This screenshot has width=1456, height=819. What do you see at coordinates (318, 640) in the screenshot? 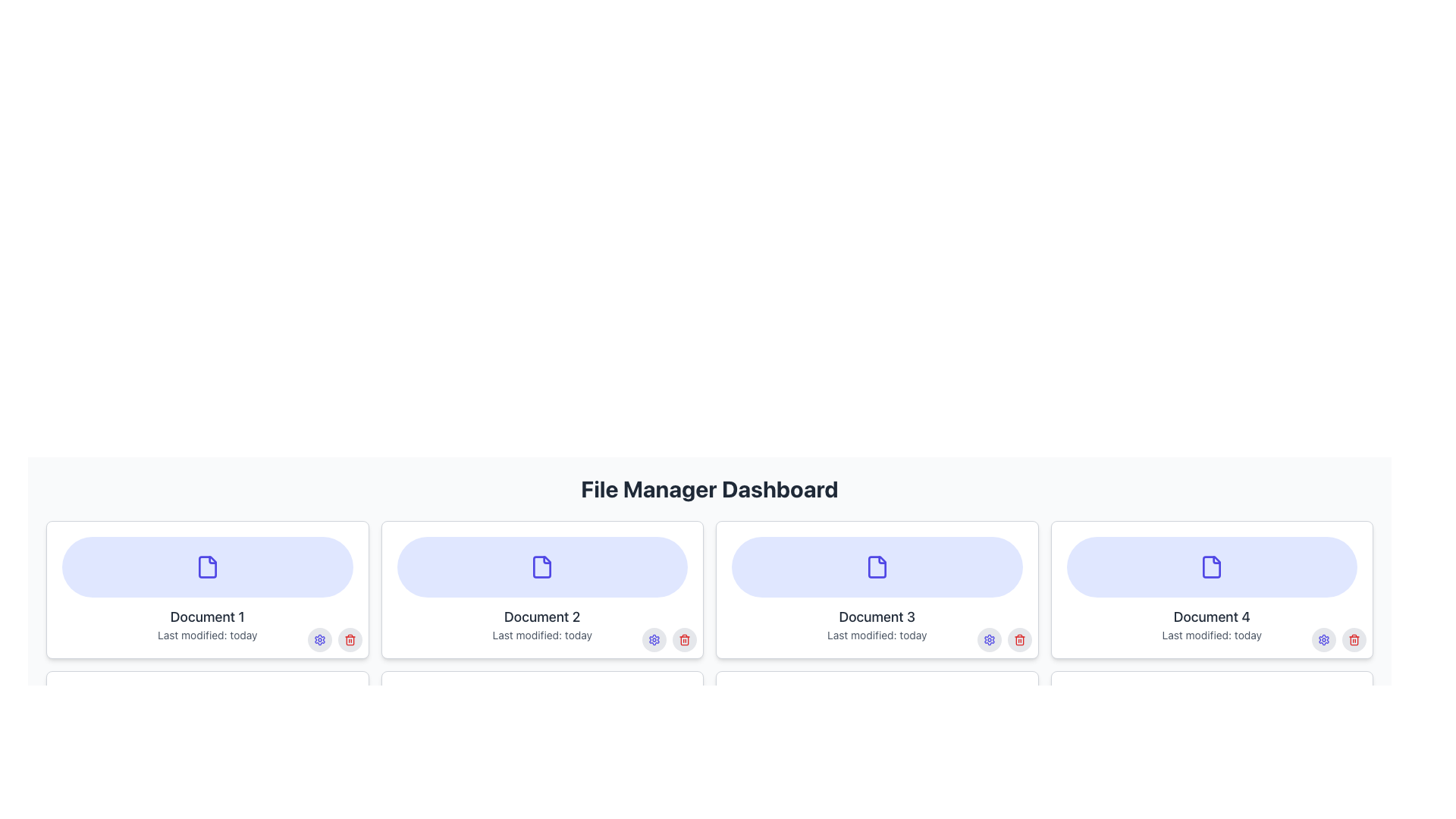
I see `the settings icon located at the bottom right corner of the 'Document 1' card` at bounding box center [318, 640].